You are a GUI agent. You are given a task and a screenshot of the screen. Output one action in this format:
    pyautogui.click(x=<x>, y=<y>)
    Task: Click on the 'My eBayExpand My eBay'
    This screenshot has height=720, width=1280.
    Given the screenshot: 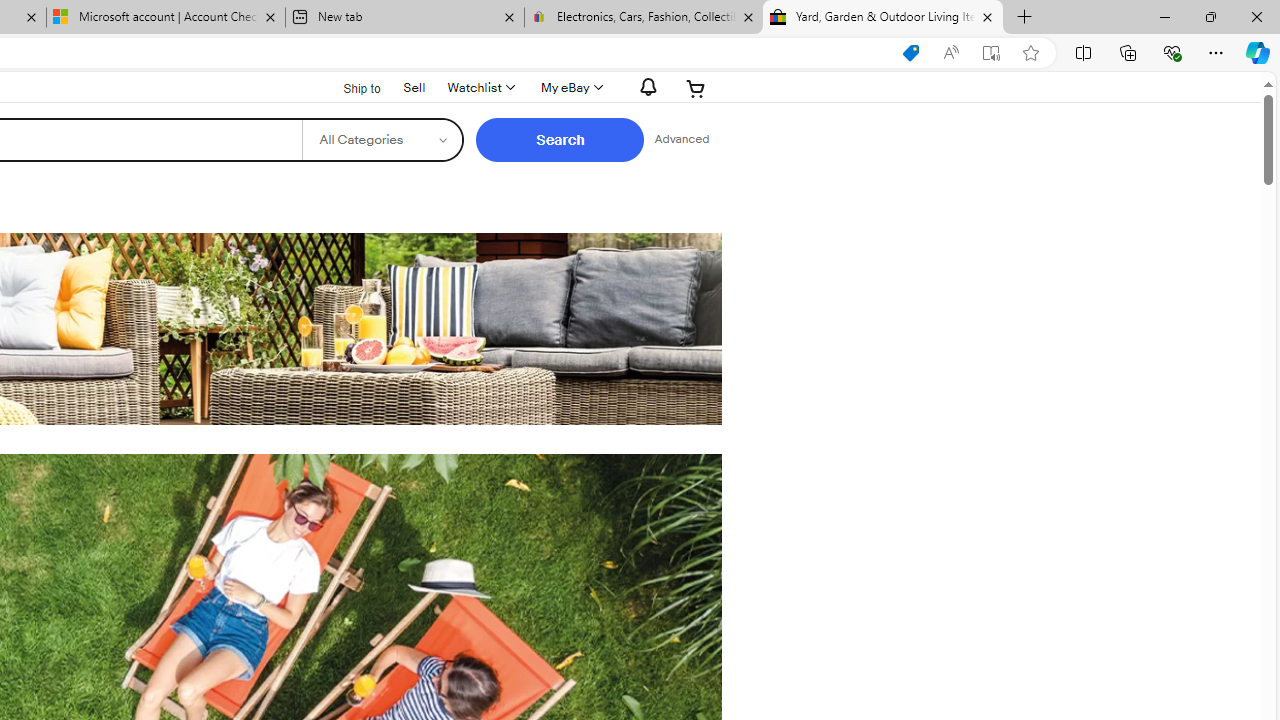 What is the action you would take?
    pyautogui.click(x=569, y=87)
    